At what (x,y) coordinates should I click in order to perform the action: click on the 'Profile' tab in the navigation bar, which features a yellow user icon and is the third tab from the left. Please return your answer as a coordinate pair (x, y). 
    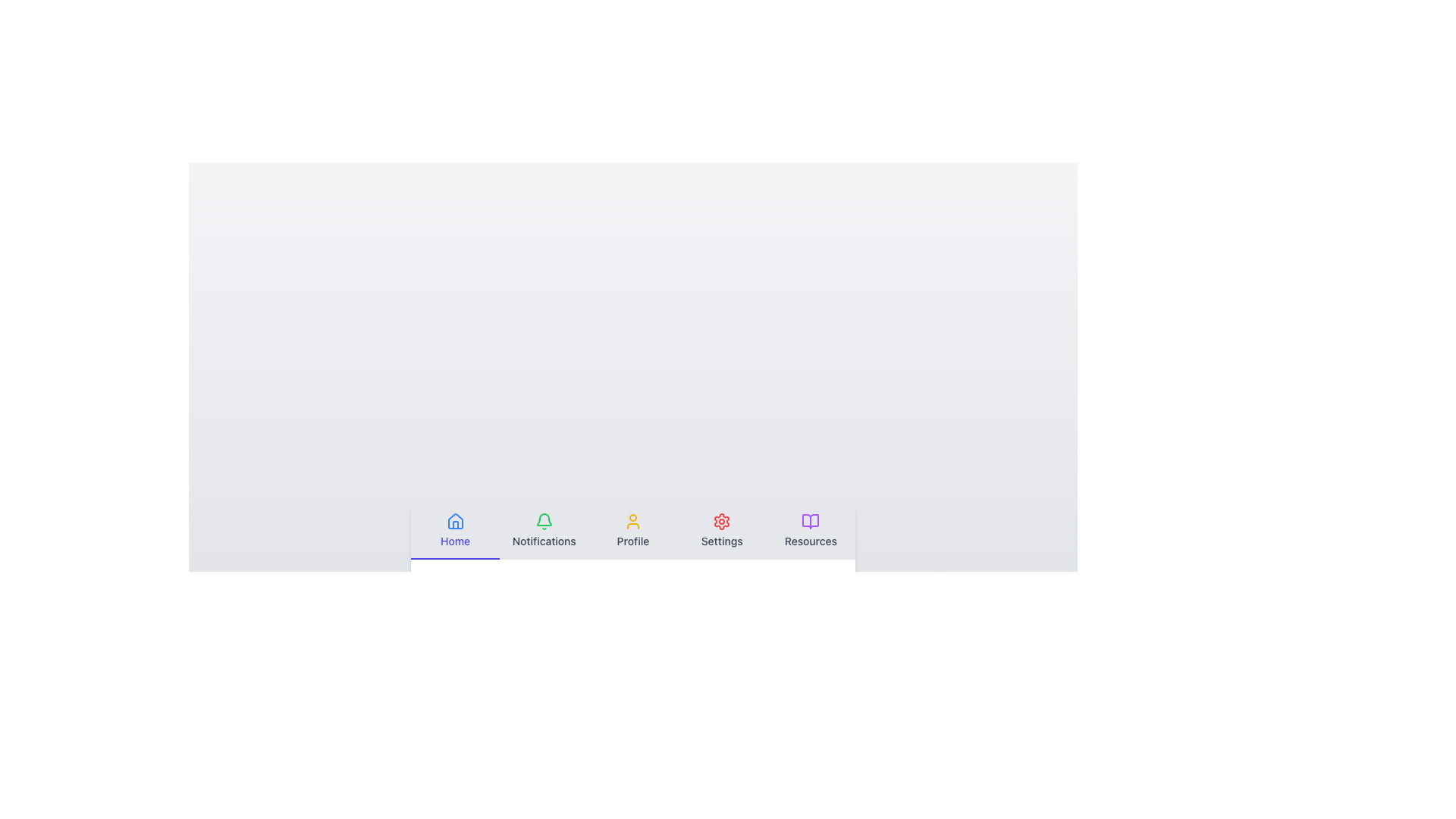
    Looking at the image, I should click on (633, 531).